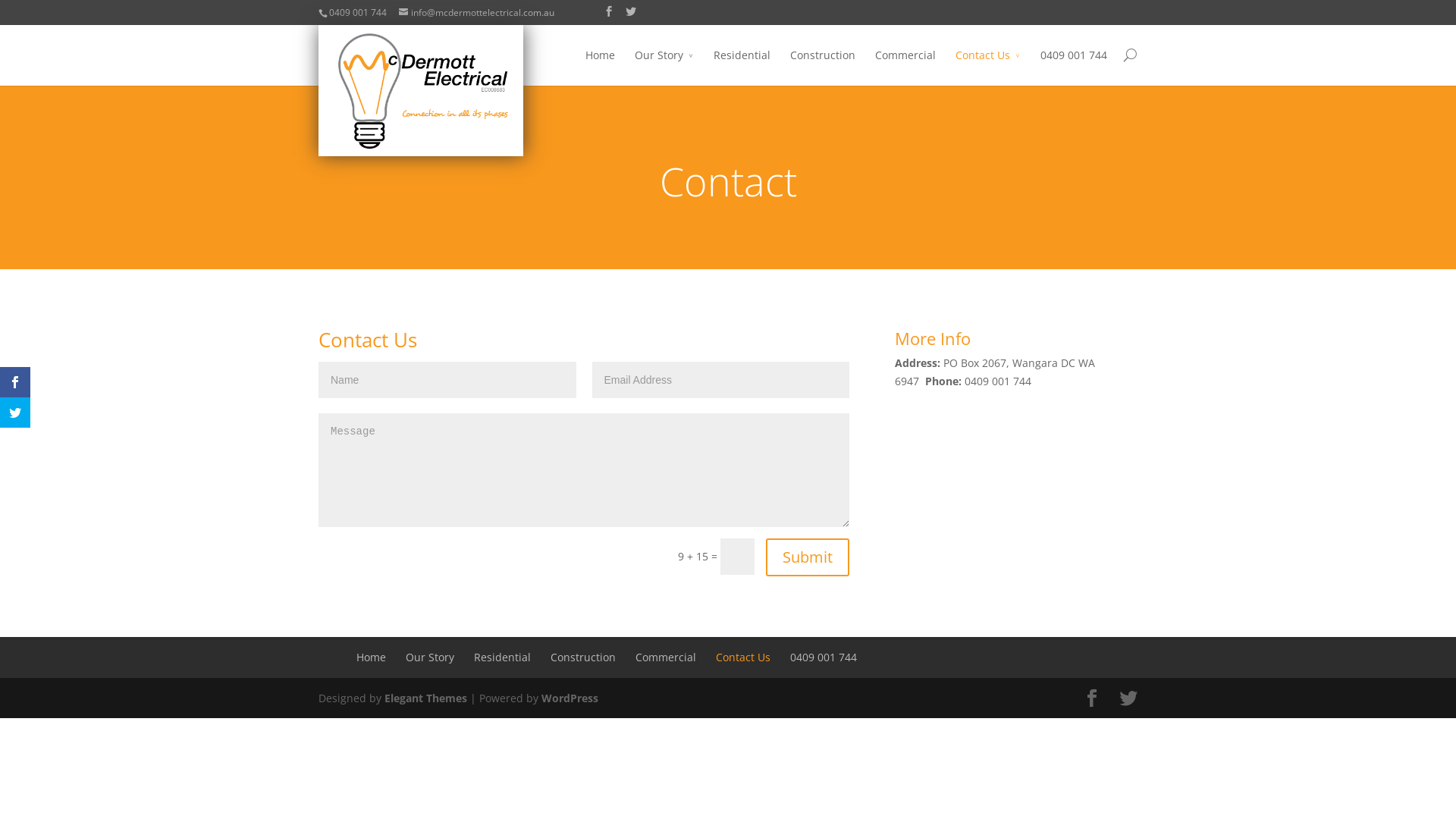  I want to click on 'Commercial', so click(666, 656).